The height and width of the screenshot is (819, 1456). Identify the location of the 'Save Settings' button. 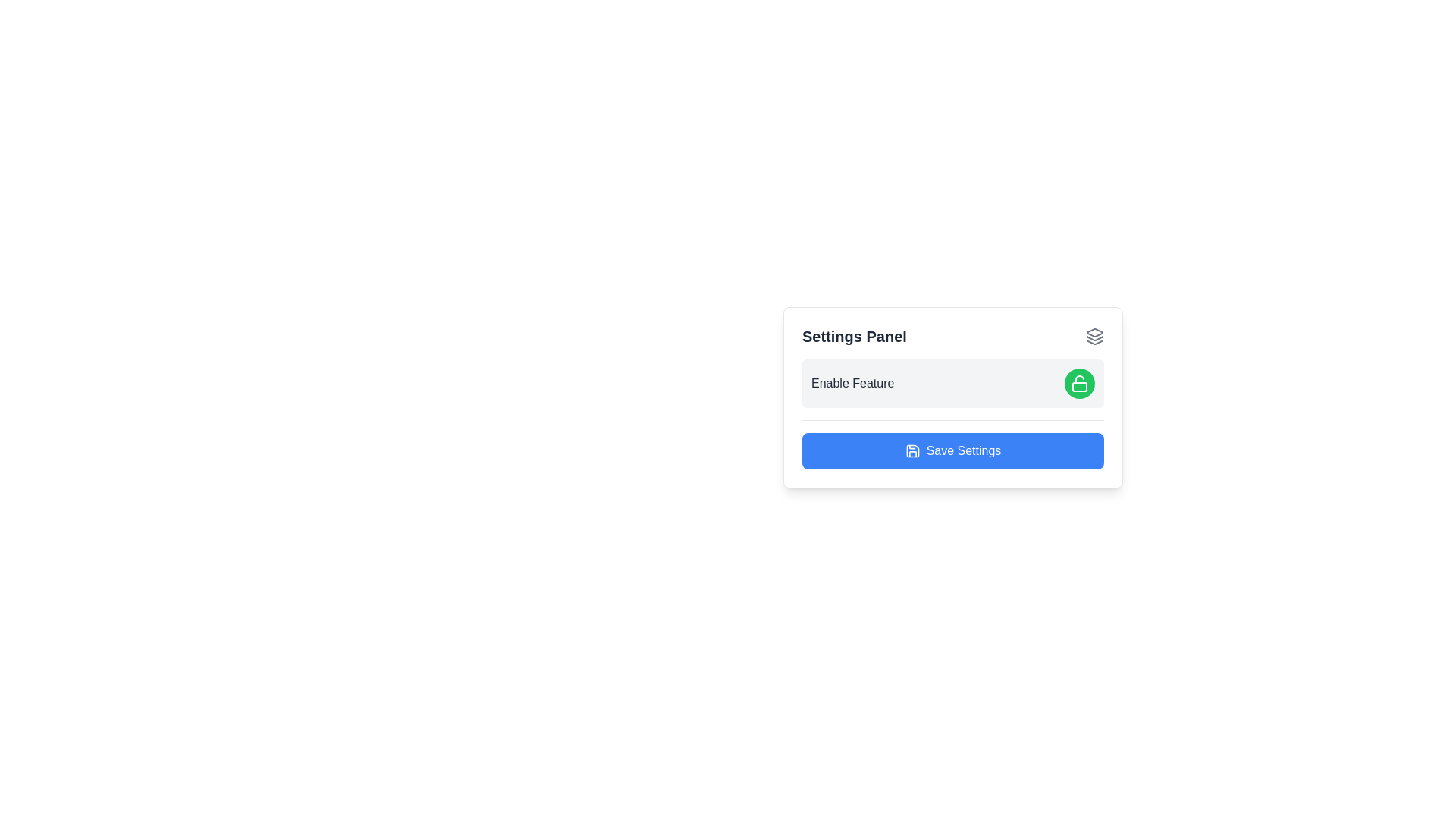
(952, 450).